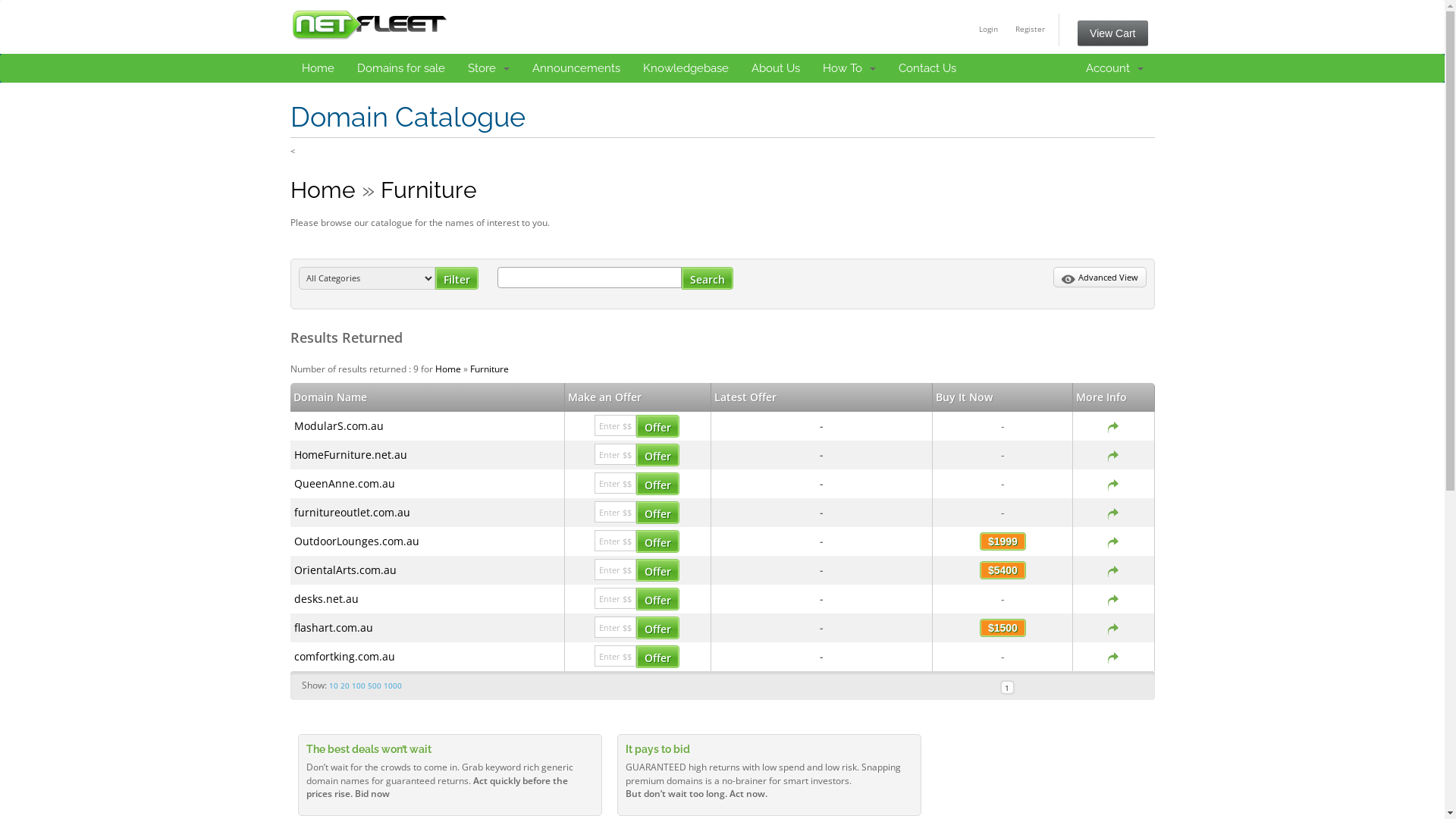 The width and height of the screenshot is (1456, 819). Describe the element at coordinates (1113, 540) in the screenshot. I see `'View OutdoorLounges.com.au'` at that location.